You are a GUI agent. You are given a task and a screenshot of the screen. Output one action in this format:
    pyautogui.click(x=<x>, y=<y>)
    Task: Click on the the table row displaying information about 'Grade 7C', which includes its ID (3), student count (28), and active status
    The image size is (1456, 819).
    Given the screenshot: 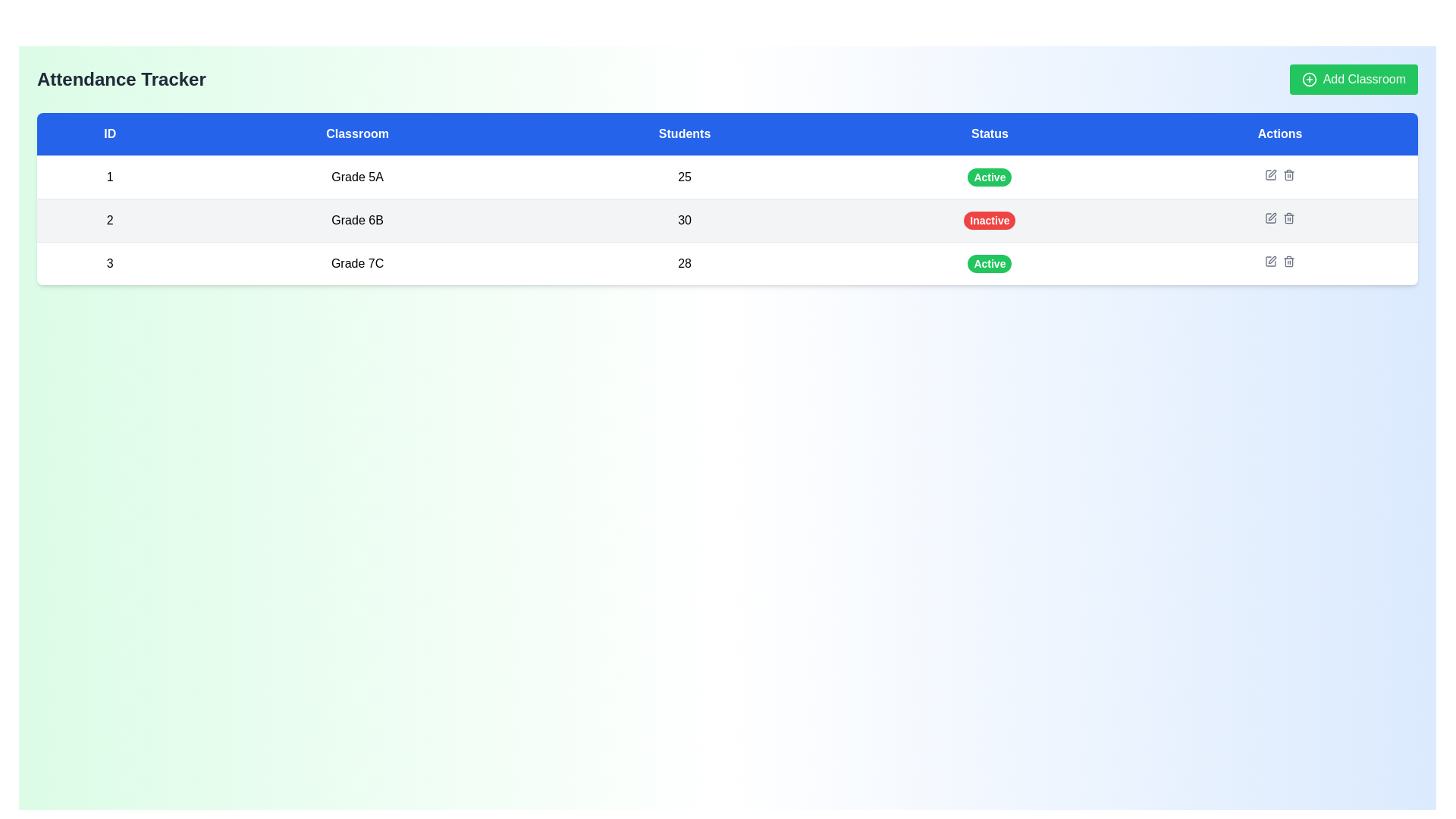 What is the action you would take?
    pyautogui.click(x=726, y=262)
    